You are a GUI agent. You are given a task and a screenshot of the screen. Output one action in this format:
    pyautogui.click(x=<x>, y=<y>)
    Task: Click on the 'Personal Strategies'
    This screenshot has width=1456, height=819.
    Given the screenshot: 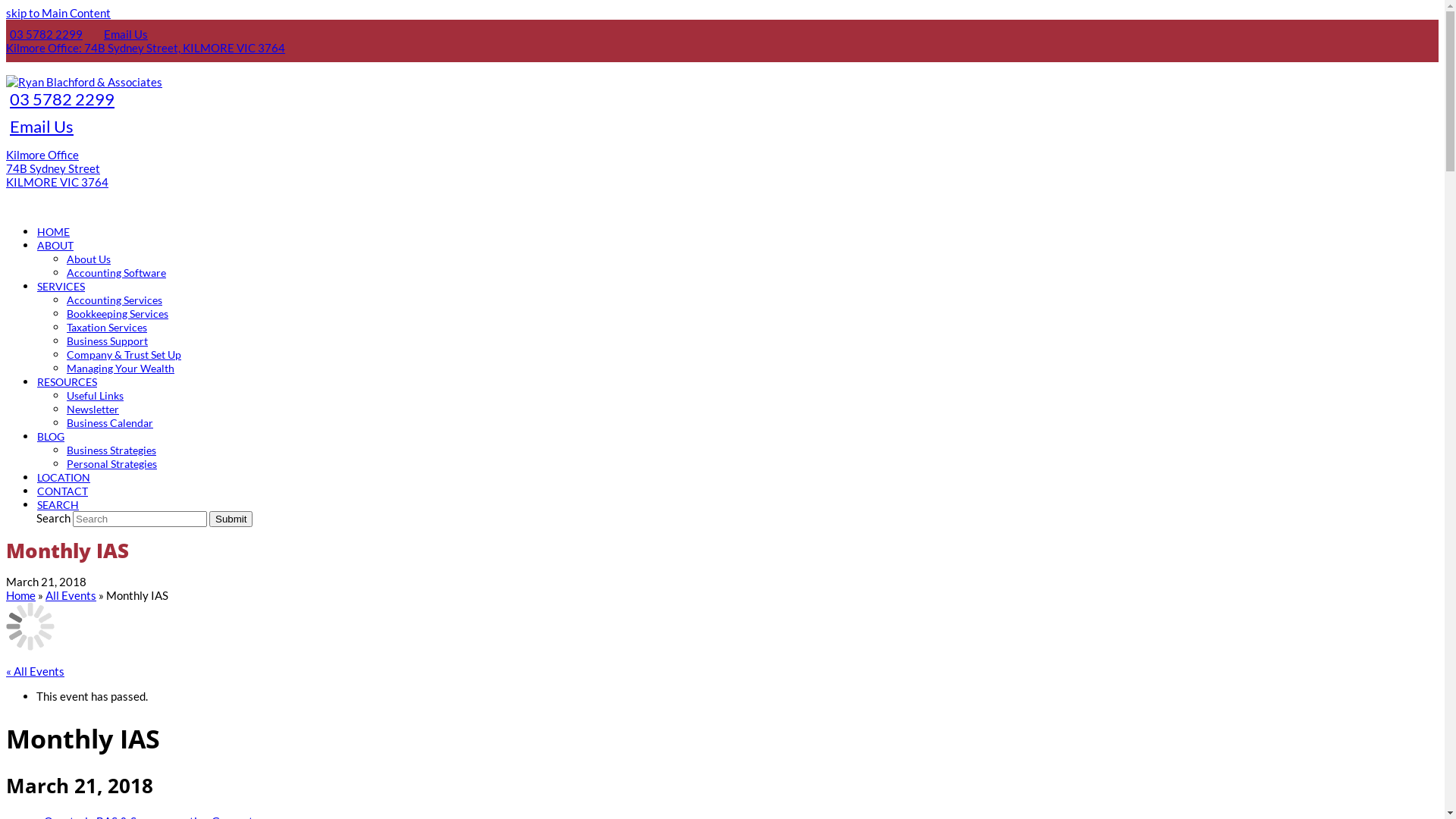 What is the action you would take?
    pyautogui.click(x=111, y=462)
    